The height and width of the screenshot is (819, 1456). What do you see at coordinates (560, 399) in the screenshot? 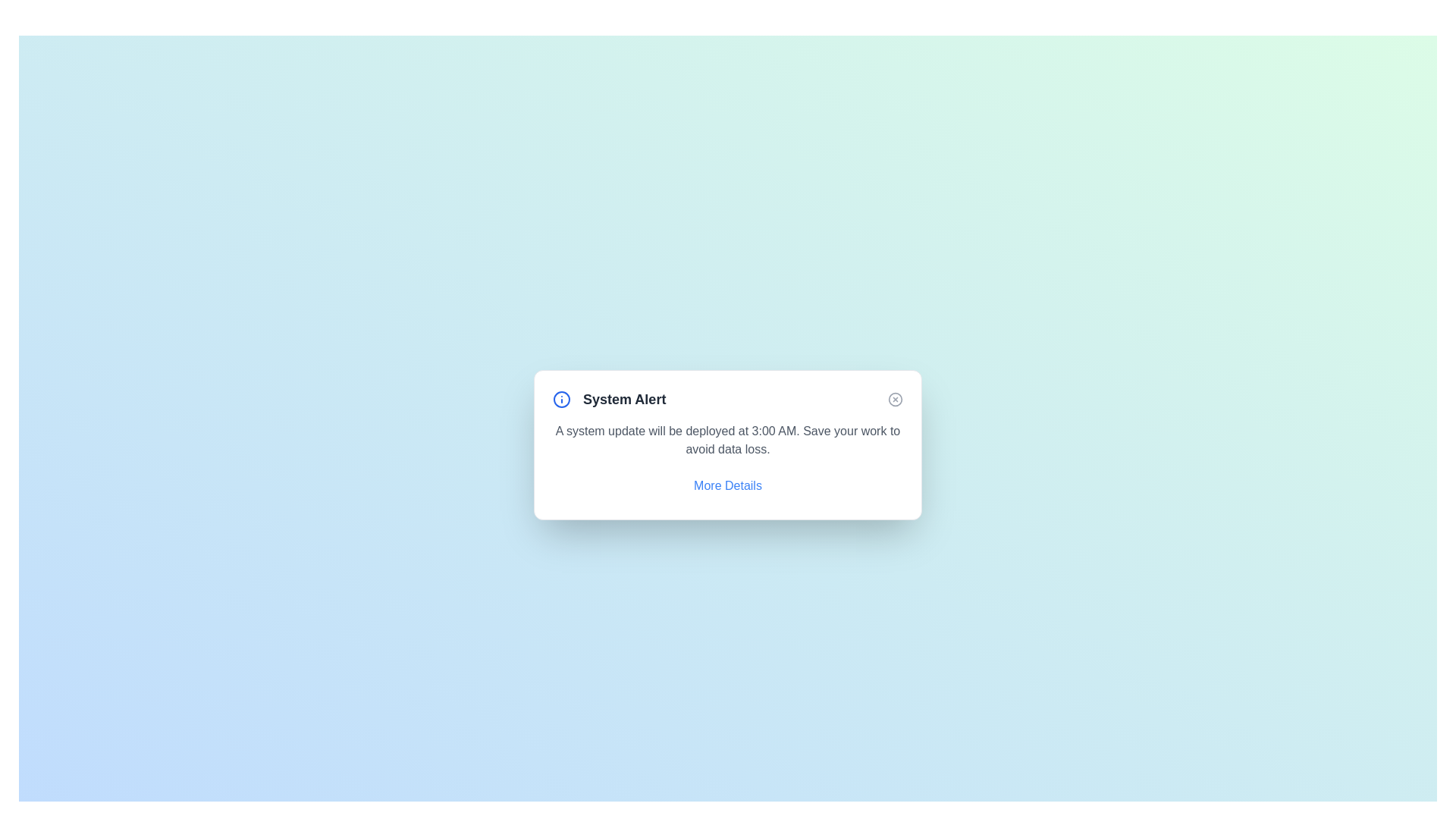
I see `the circular graphical component that represents an informational or alert state, located to the left of the 'System Alert' text` at bounding box center [560, 399].